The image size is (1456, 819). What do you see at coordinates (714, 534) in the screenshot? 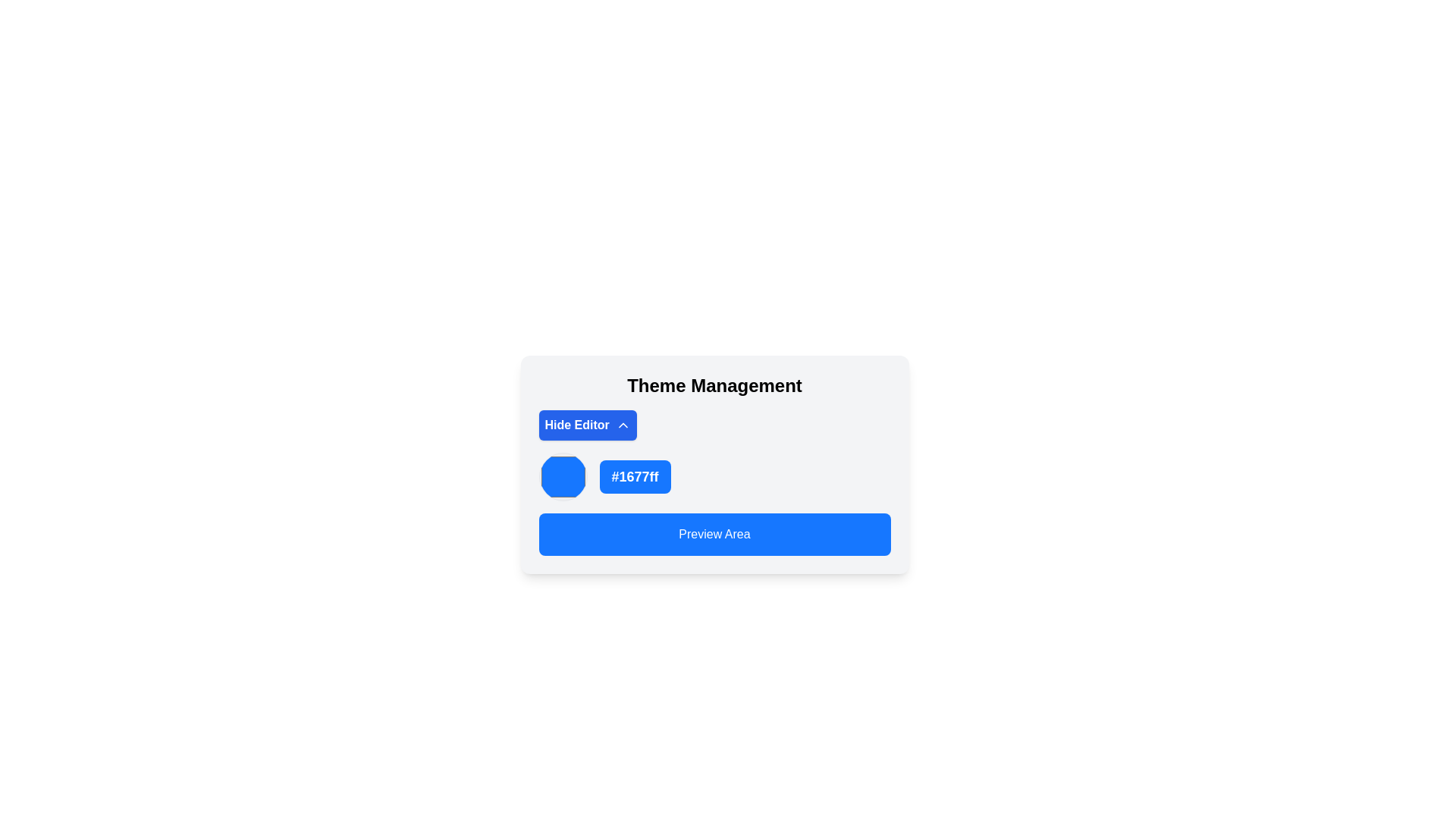
I see `the non-interactive Text Label that provides a title for the Theme Management area, located in a rounded rectangle with a blue background, beneath the color preview and hexadecimal code components` at bounding box center [714, 534].